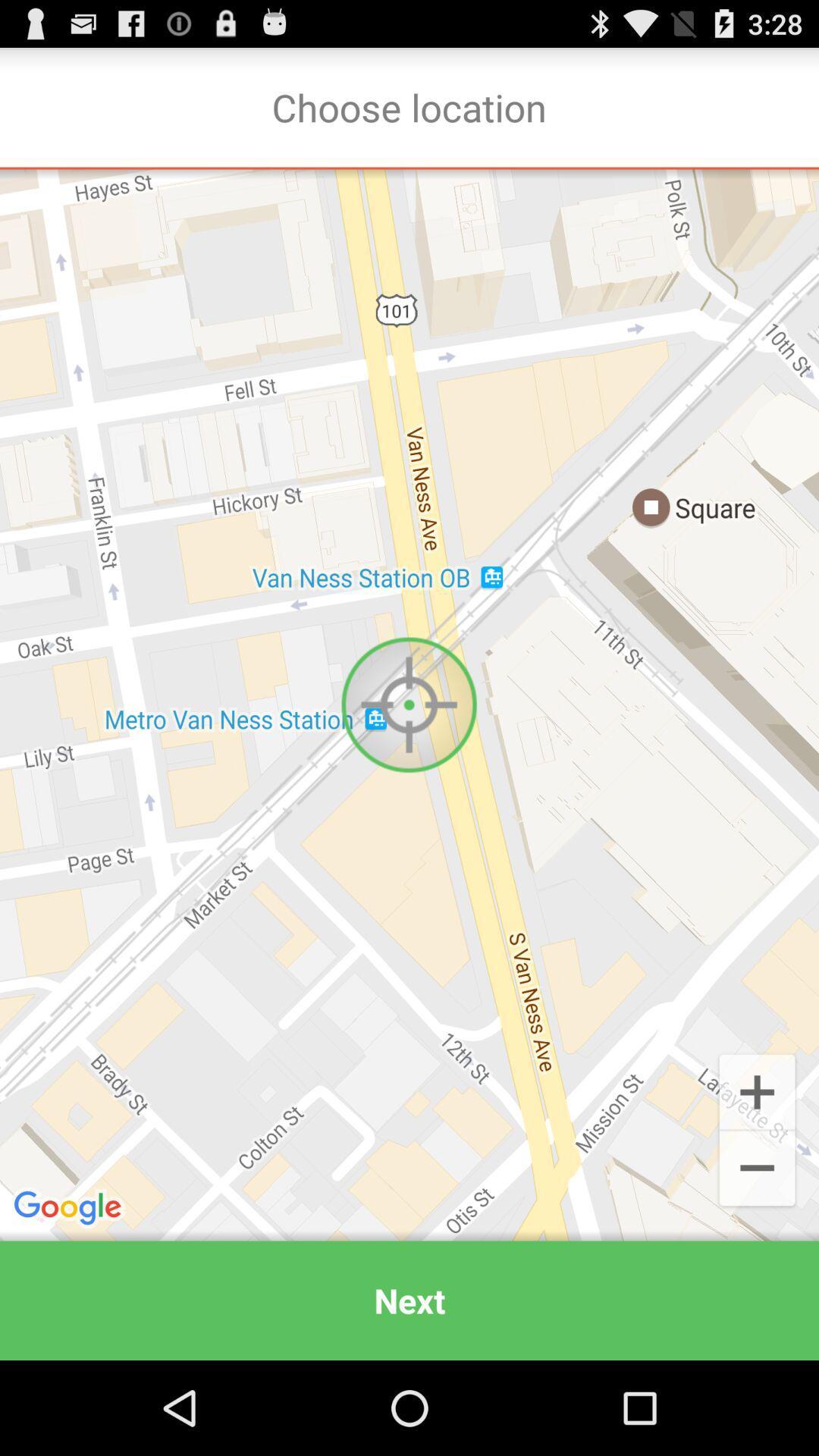 This screenshot has width=819, height=1456. What do you see at coordinates (409, 1300) in the screenshot?
I see `next app` at bounding box center [409, 1300].